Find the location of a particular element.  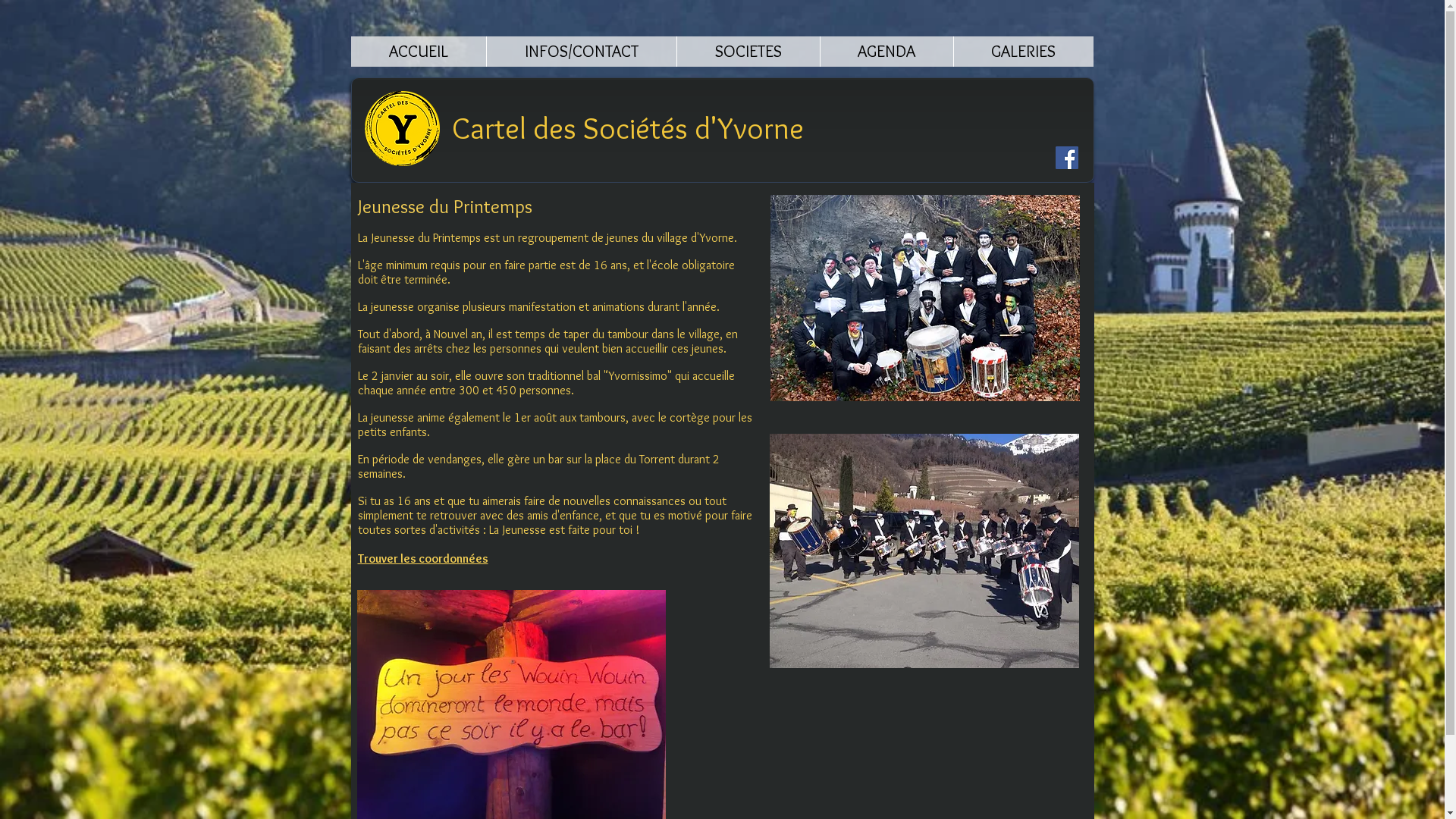

'Cartel' is located at coordinates (450, 127).